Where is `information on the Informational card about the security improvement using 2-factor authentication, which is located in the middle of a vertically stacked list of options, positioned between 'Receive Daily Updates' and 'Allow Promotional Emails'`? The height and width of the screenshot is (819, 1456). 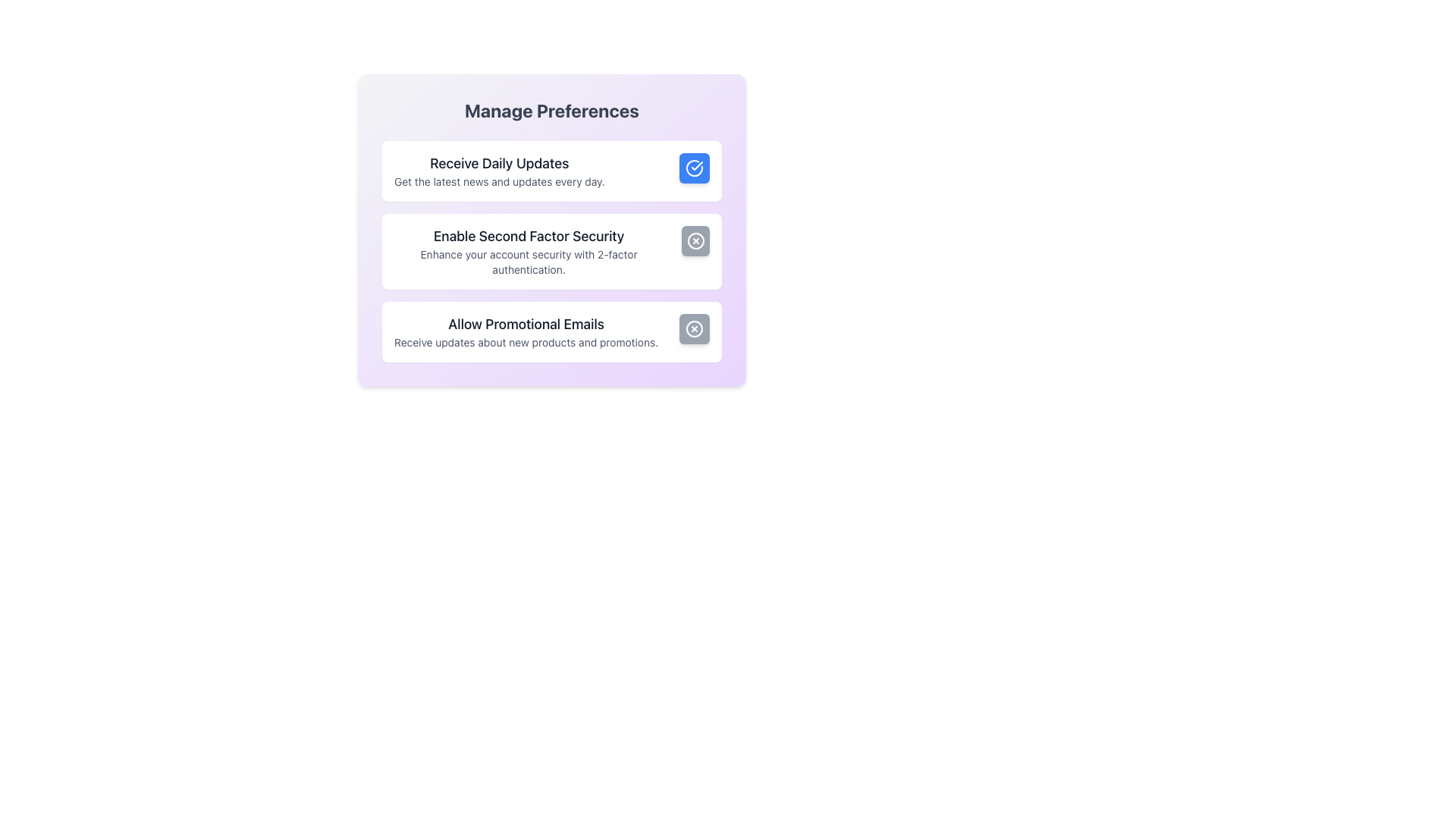 information on the Informational card about the security improvement using 2-factor authentication, which is located in the middle of a vertically stacked list of options, positioned between 'Receive Daily Updates' and 'Allow Promotional Emails' is located at coordinates (551, 250).